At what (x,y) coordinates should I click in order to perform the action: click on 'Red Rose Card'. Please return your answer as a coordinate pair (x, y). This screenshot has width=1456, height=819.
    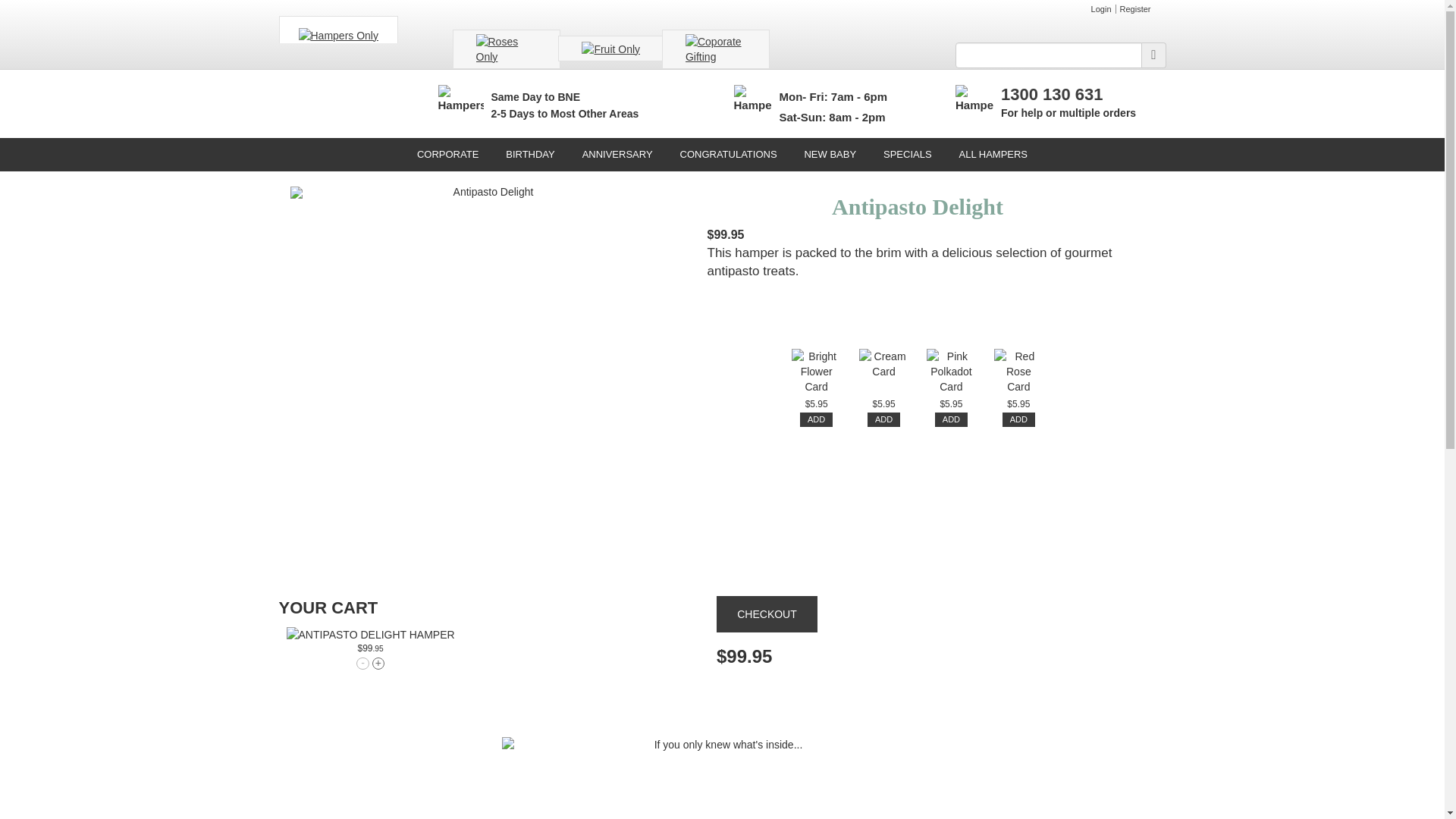
    Looking at the image, I should click on (1018, 373).